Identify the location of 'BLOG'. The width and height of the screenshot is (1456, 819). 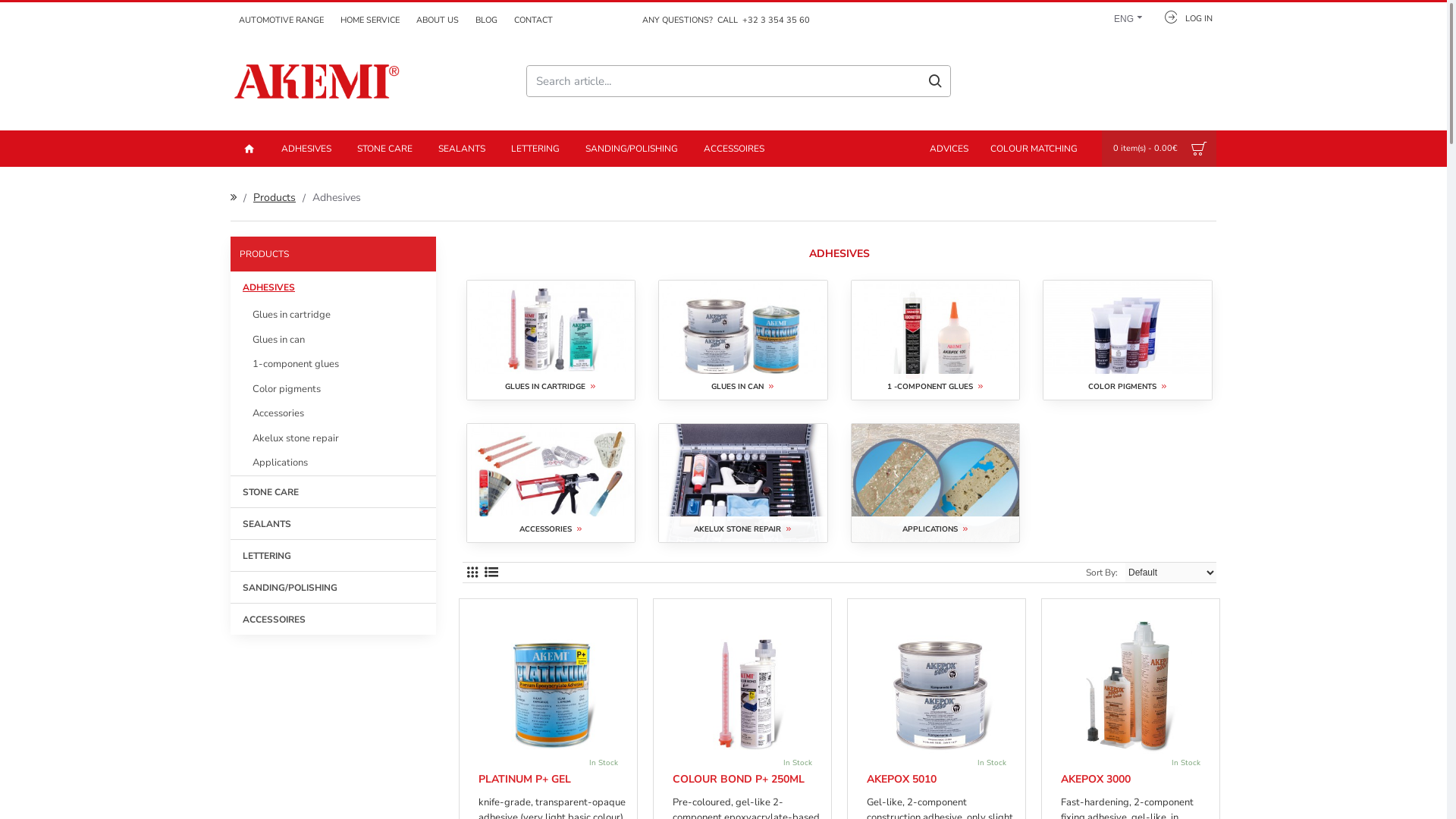
(486, 20).